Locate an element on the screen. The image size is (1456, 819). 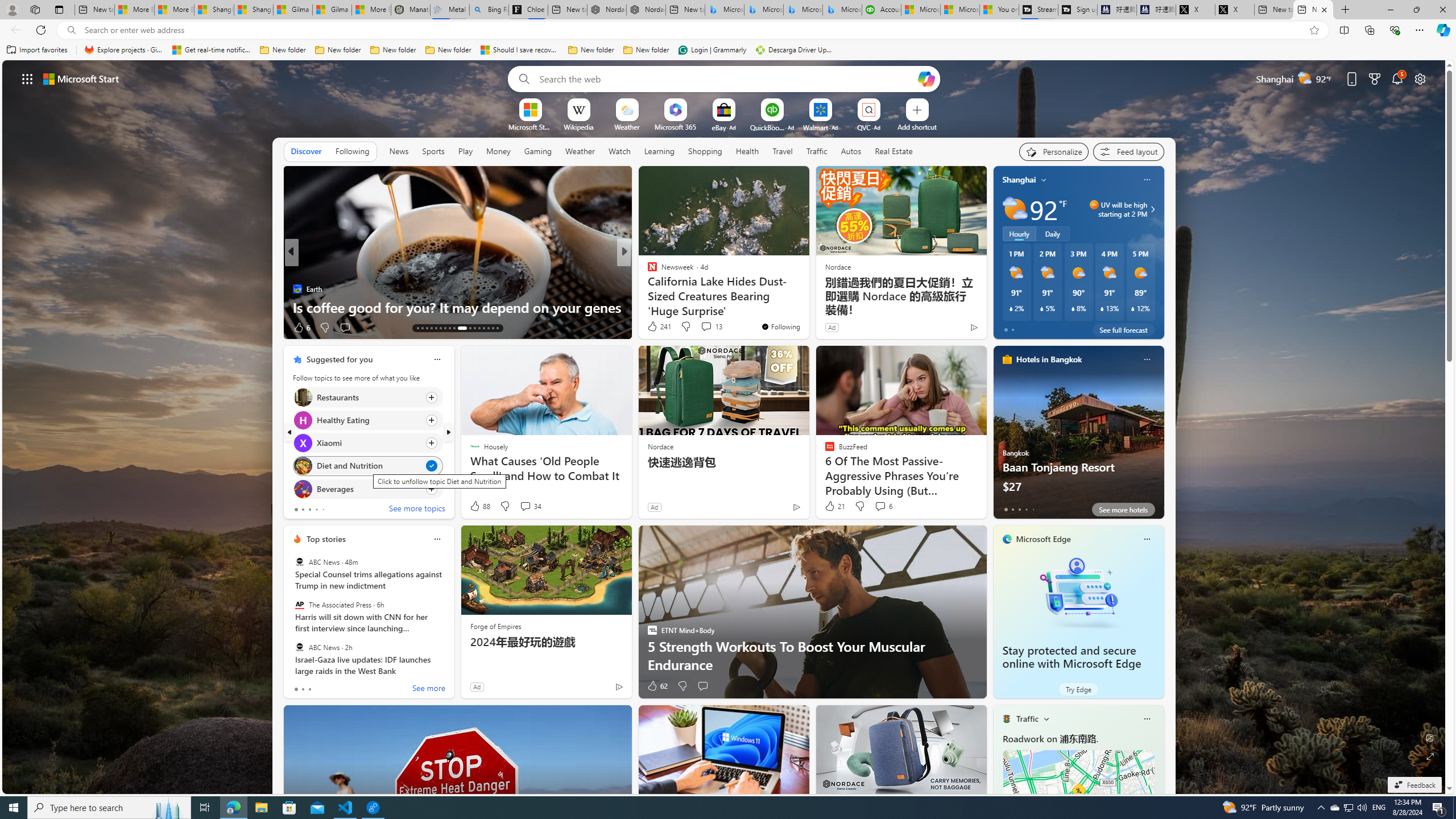
'AutomationID: tab-14' is located at coordinates (421, 328).